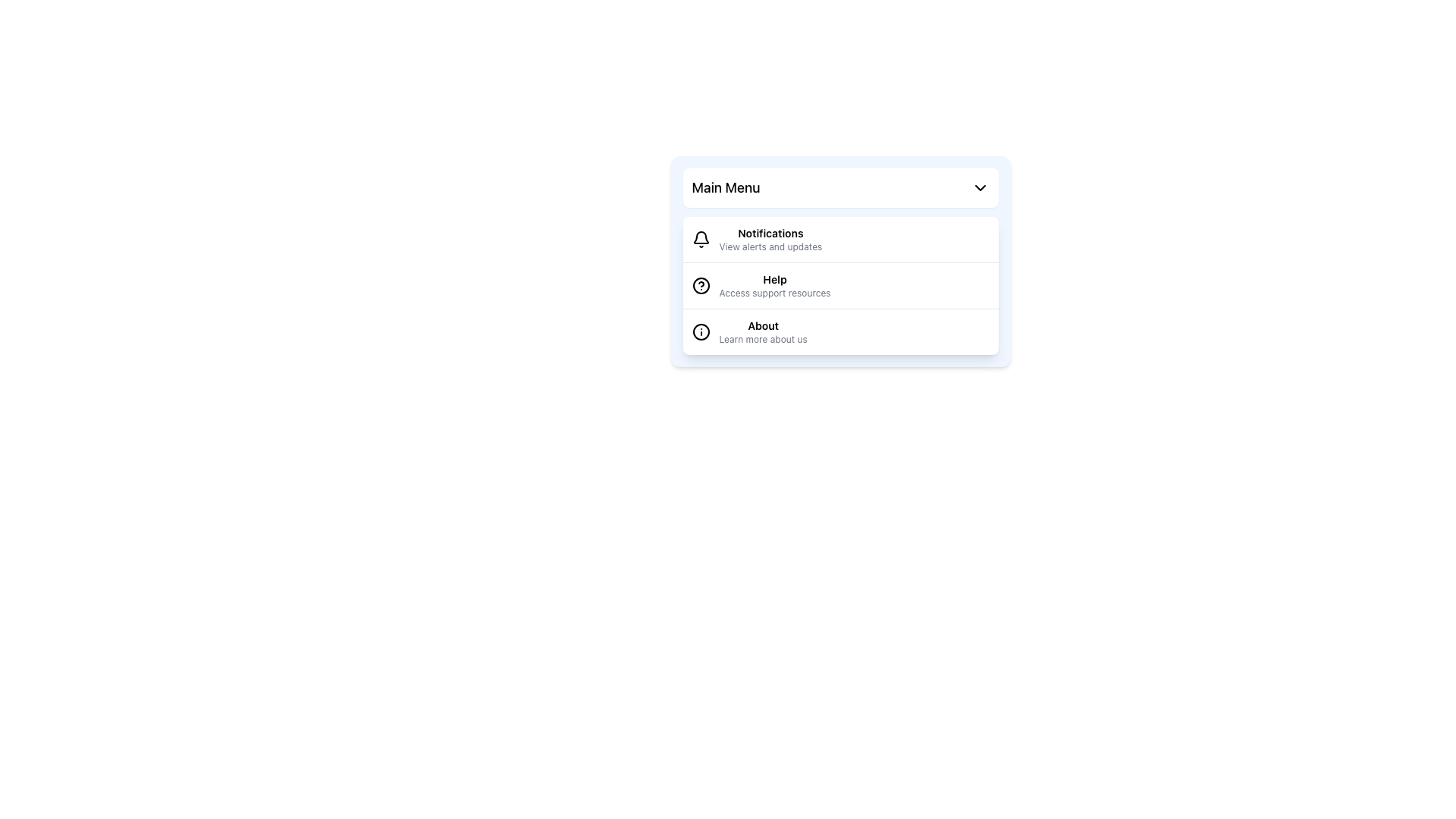 The image size is (1456, 819). Describe the element at coordinates (775, 280) in the screenshot. I see `the 'Help' section text label, which is located in the second row of the menu list, below 'Notifications' and above 'About'` at that location.